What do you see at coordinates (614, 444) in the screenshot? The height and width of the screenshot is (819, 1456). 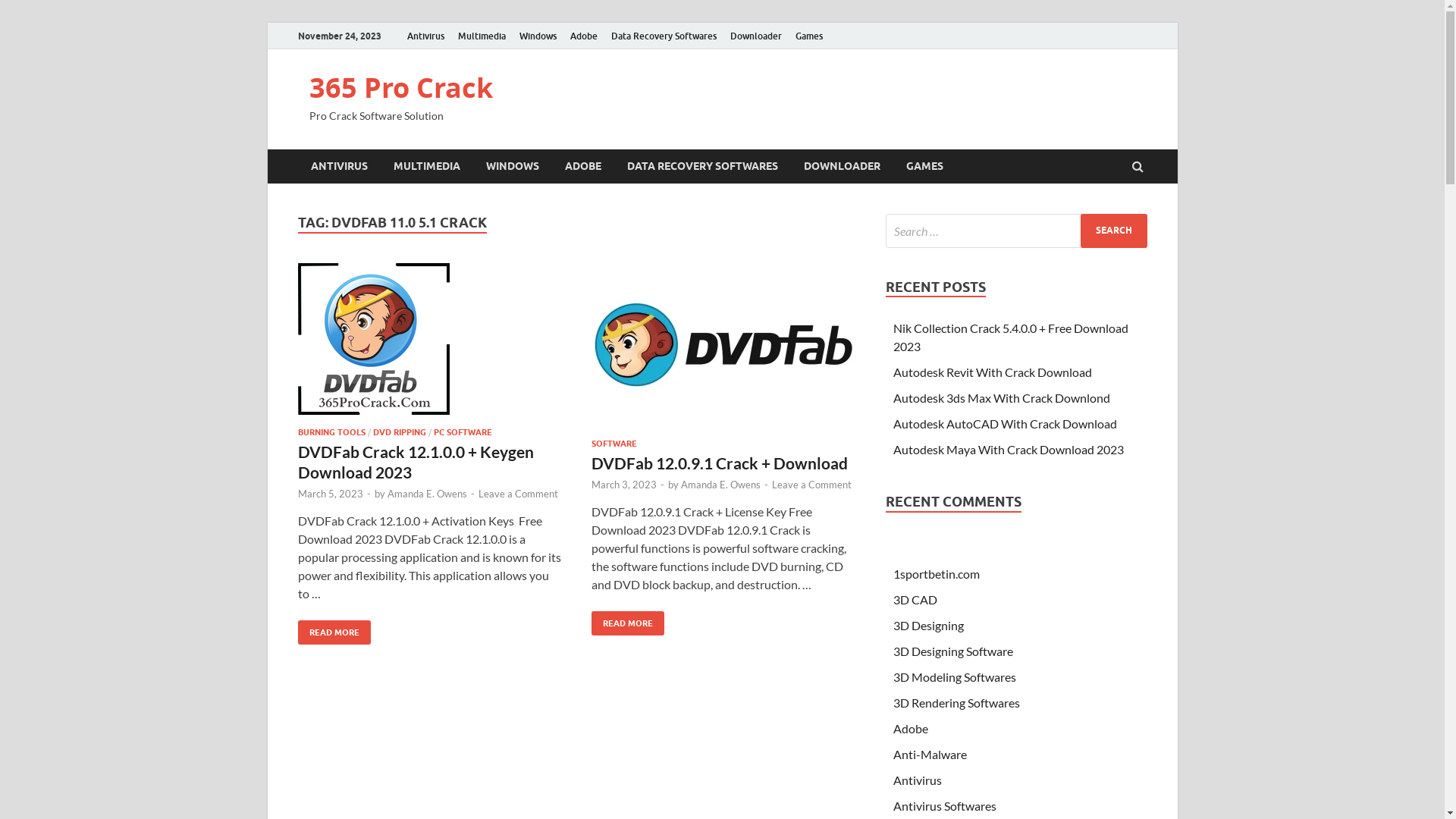 I see `'SOFTWARE'` at bounding box center [614, 444].